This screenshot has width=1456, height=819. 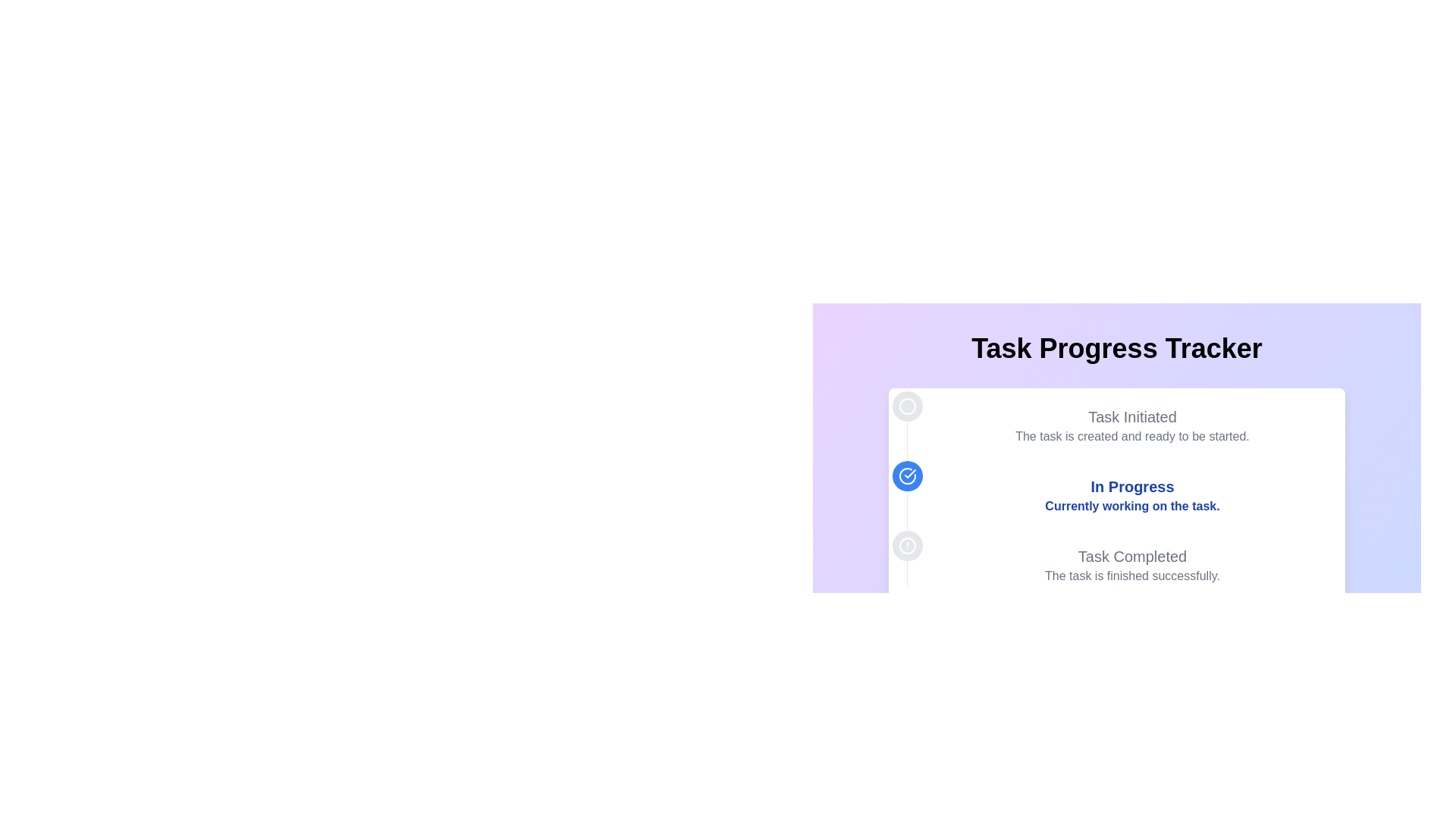 What do you see at coordinates (1132, 576) in the screenshot?
I see `the text label that indicates task completion, located below the 'Task Completed' heading in the progress tracker card` at bounding box center [1132, 576].